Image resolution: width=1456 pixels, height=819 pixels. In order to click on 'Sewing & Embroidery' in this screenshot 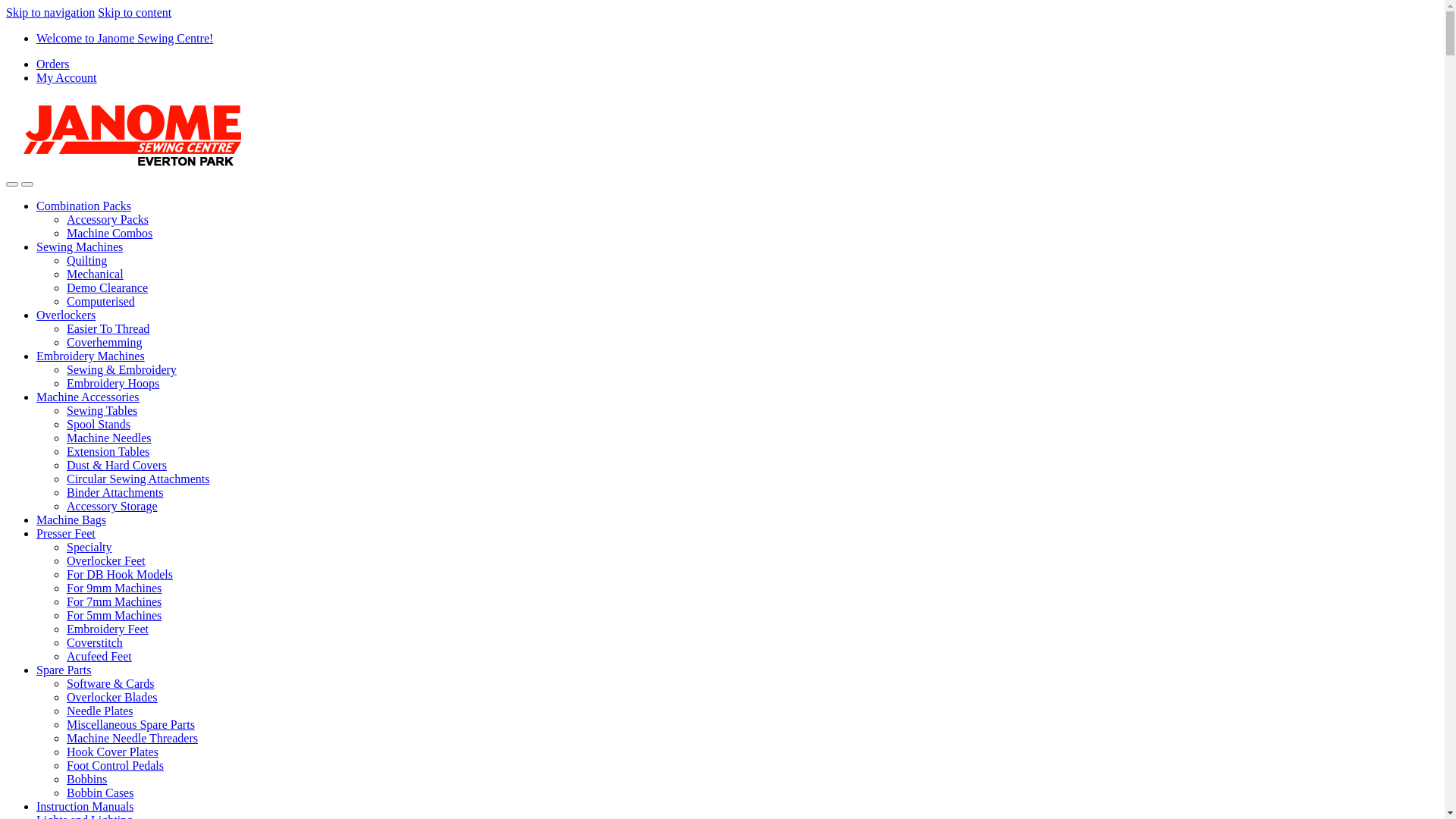, I will do `click(121, 369)`.